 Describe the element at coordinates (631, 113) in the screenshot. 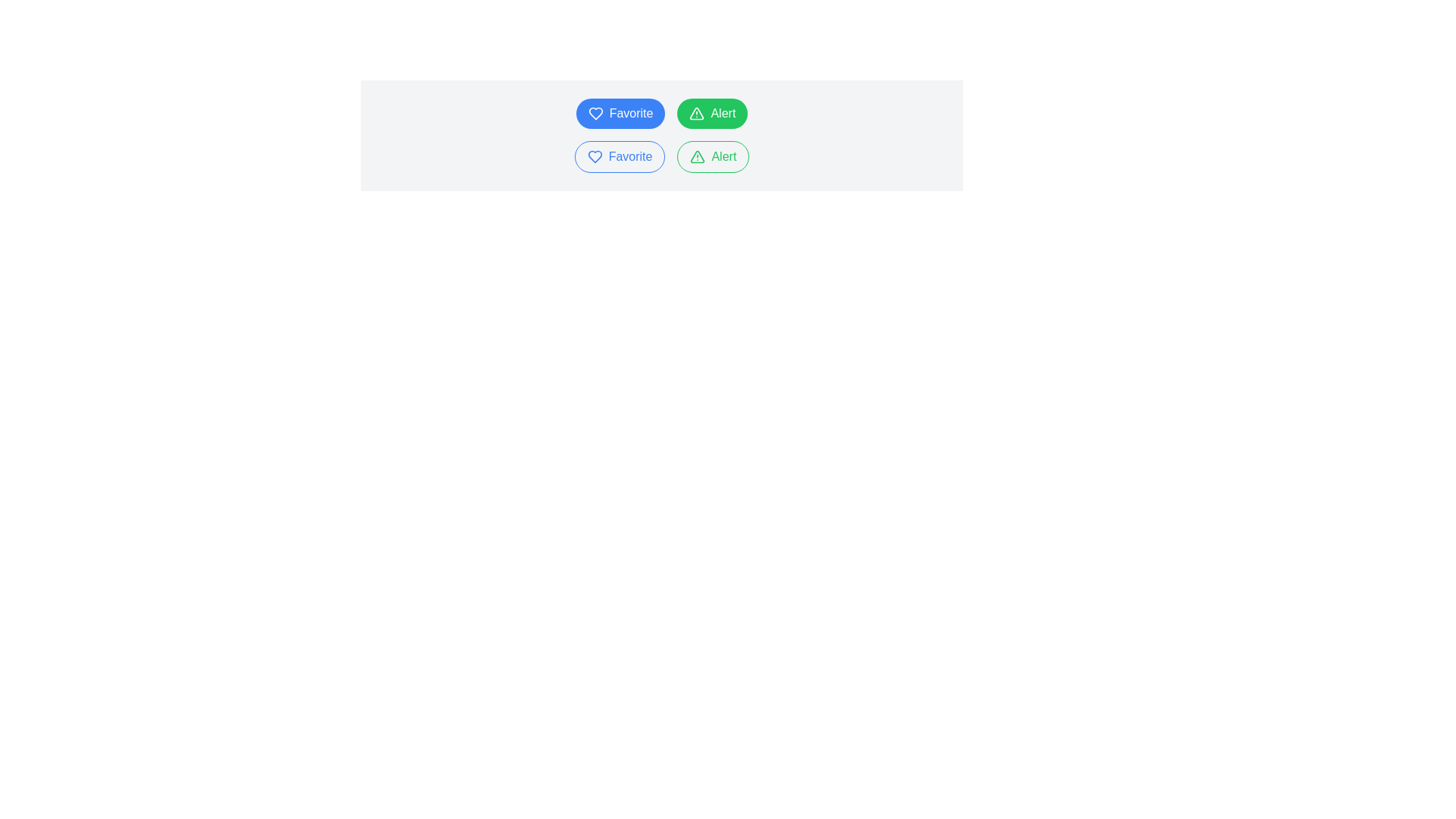

I see `the 'Favorite' text label within the button that indicates marking or favoriting an item, positioned in the top left corner of the interface` at that location.